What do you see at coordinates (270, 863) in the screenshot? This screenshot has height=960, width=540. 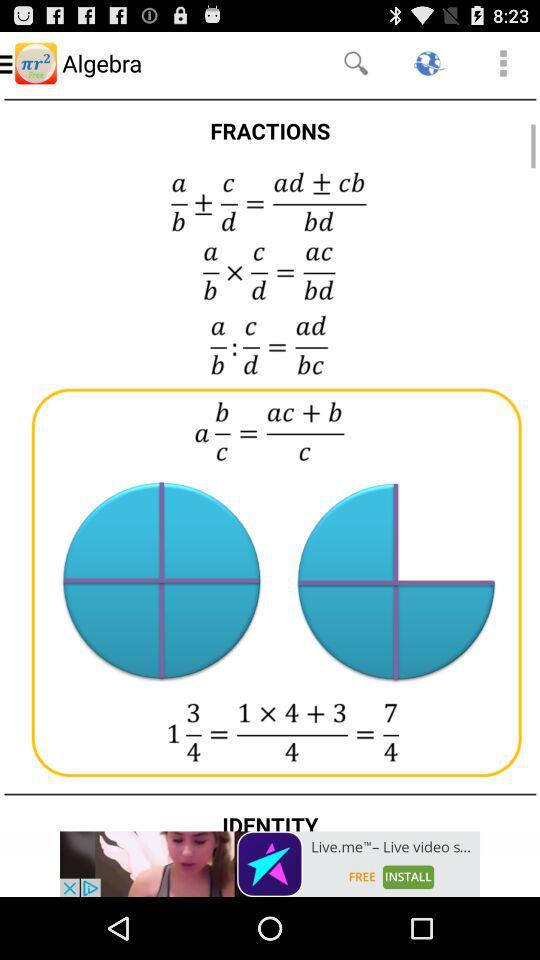 I see `click advertisement banner to install live.me app` at bounding box center [270, 863].